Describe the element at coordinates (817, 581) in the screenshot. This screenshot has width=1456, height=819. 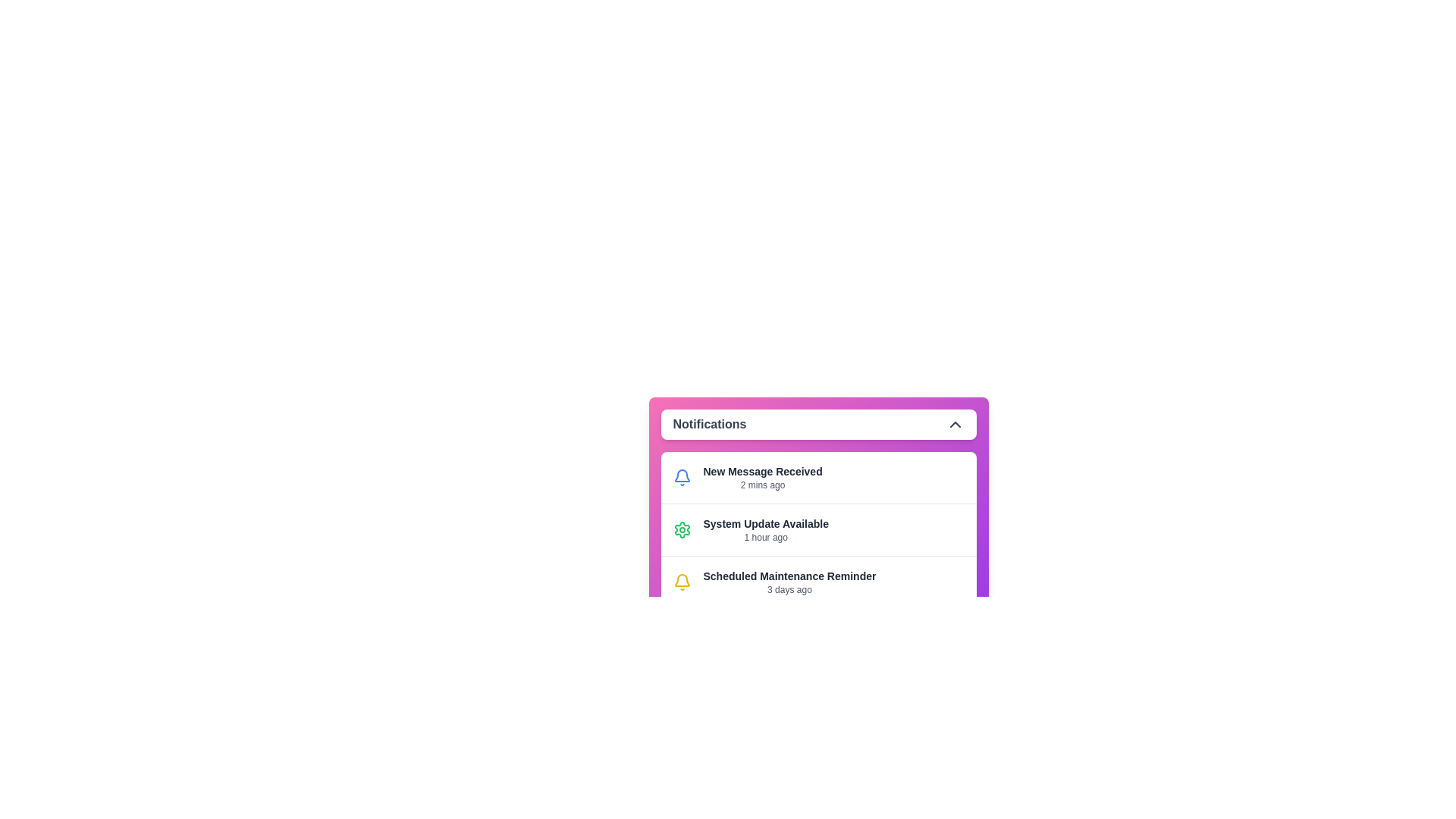
I see `the notification item labeled 'Scheduled Maintenance Reminder' which is the third item in the notifications list, featuring a yellow bell icon and two lines of text` at that location.